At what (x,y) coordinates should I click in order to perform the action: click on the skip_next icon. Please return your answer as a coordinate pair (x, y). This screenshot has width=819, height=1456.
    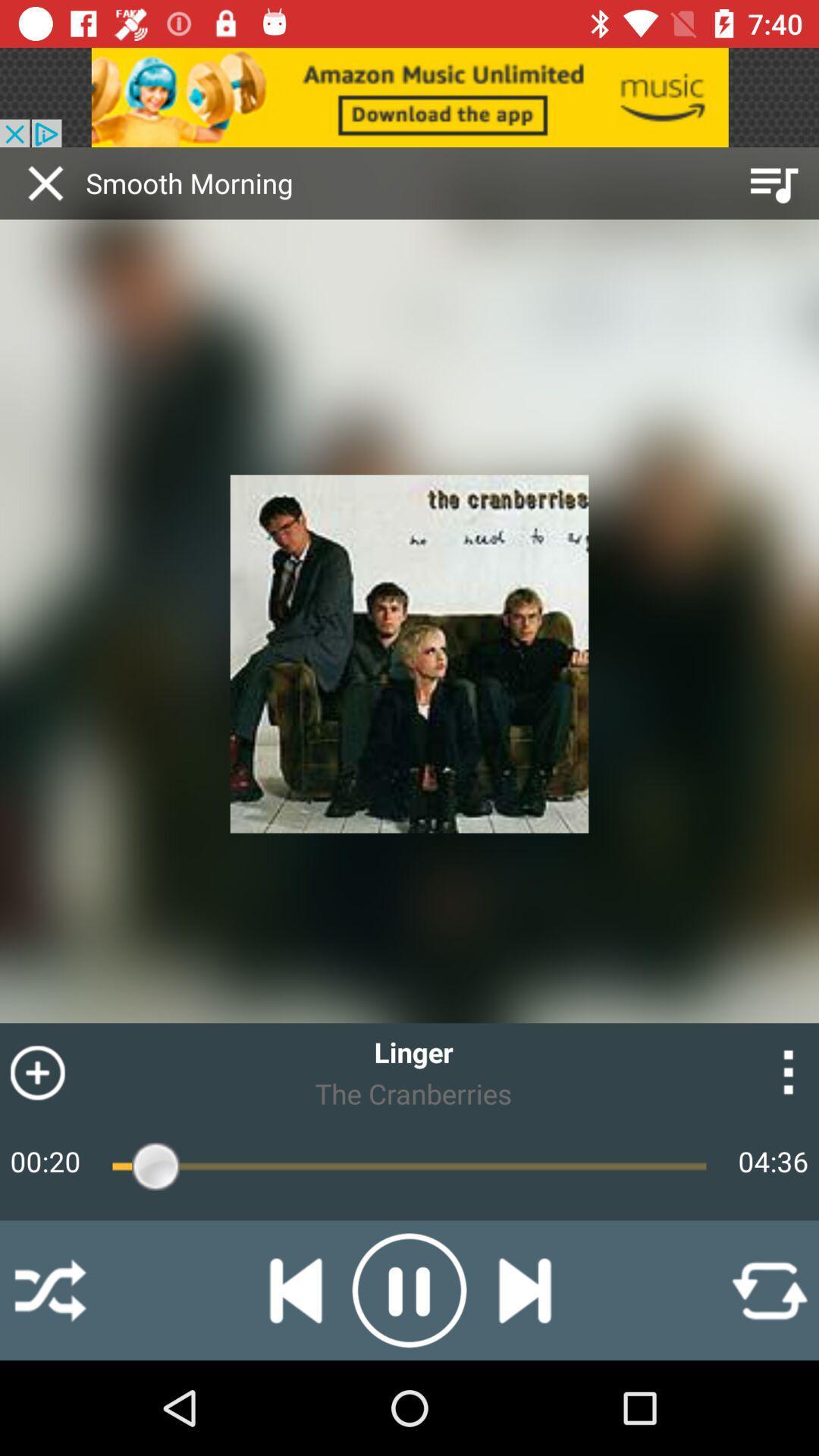
    Looking at the image, I should click on (523, 1289).